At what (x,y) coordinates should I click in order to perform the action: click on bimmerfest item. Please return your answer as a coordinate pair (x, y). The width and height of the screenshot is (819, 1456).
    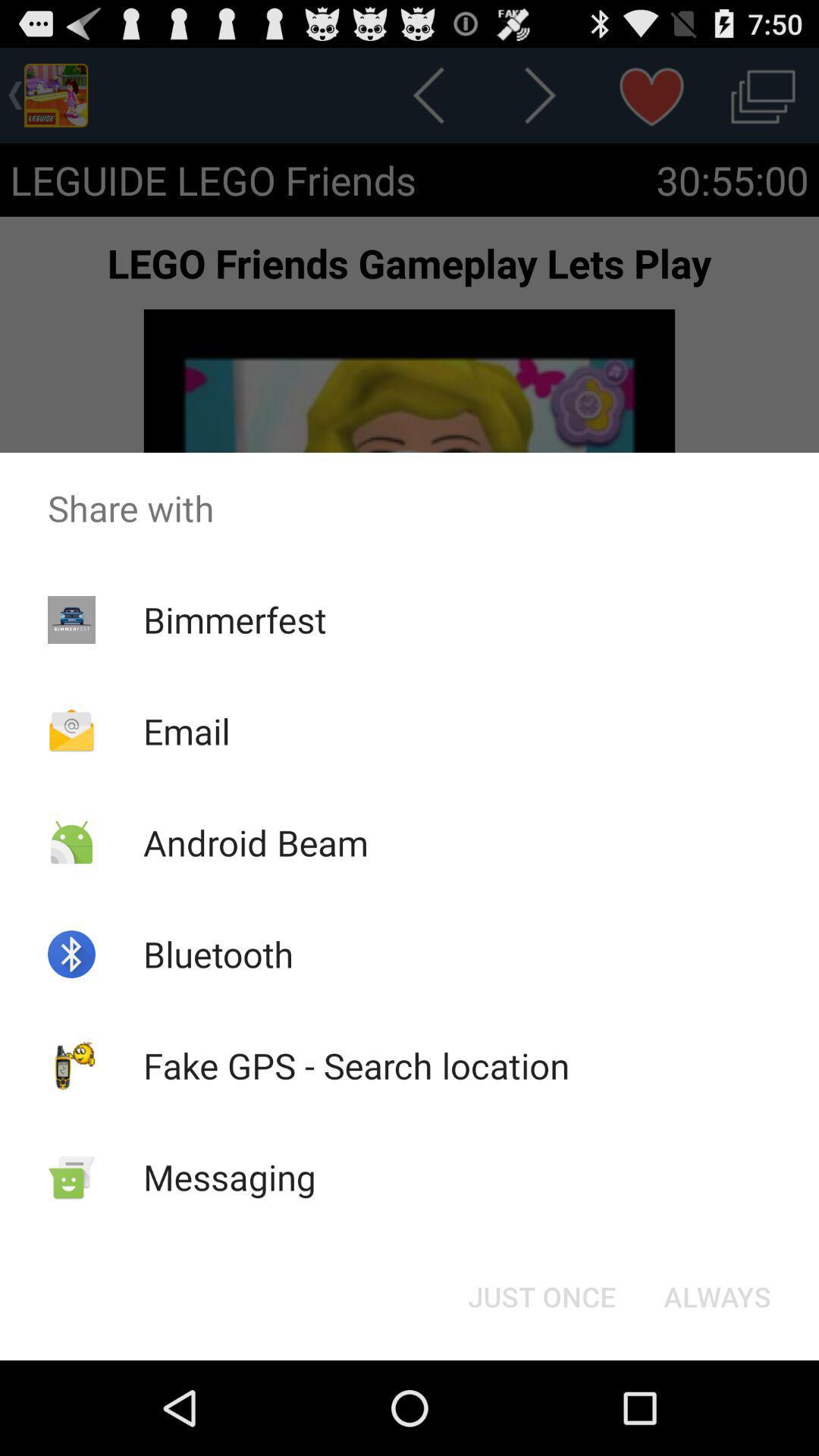
    Looking at the image, I should click on (234, 620).